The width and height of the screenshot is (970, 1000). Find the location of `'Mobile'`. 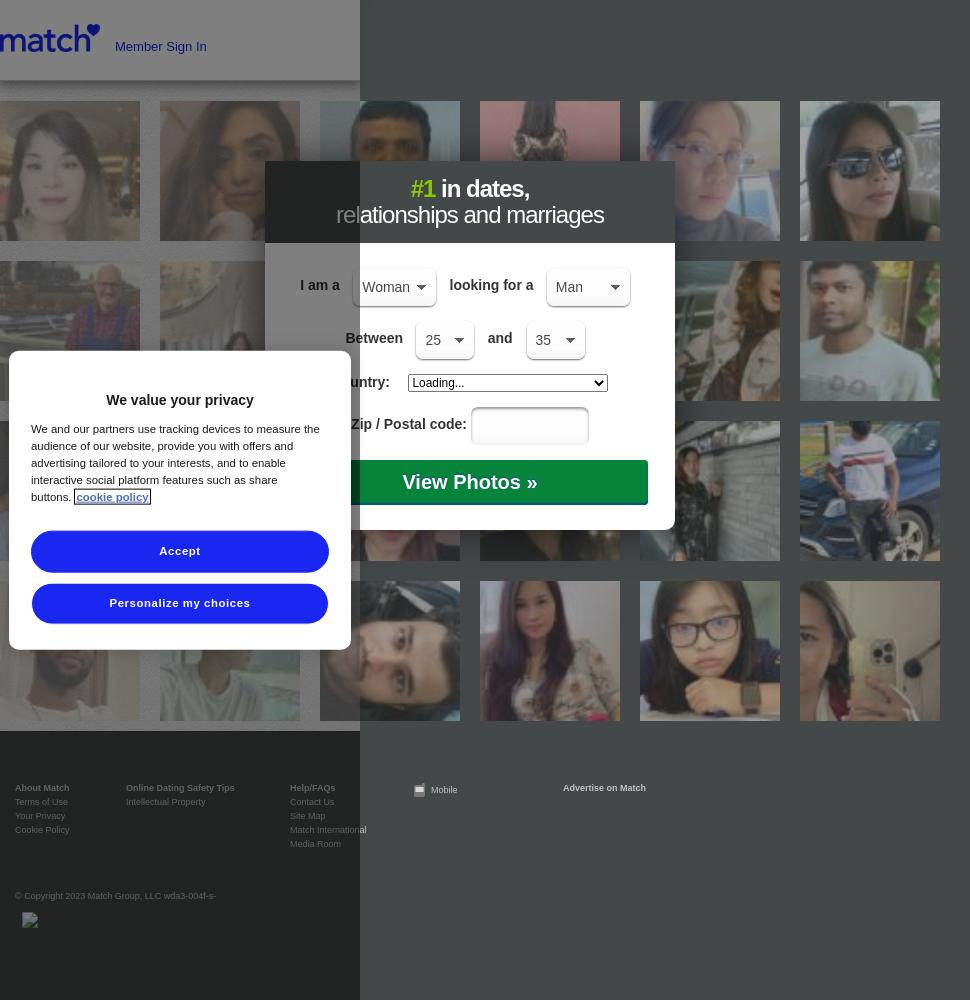

'Mobile' is located at coordinates (442, 790).